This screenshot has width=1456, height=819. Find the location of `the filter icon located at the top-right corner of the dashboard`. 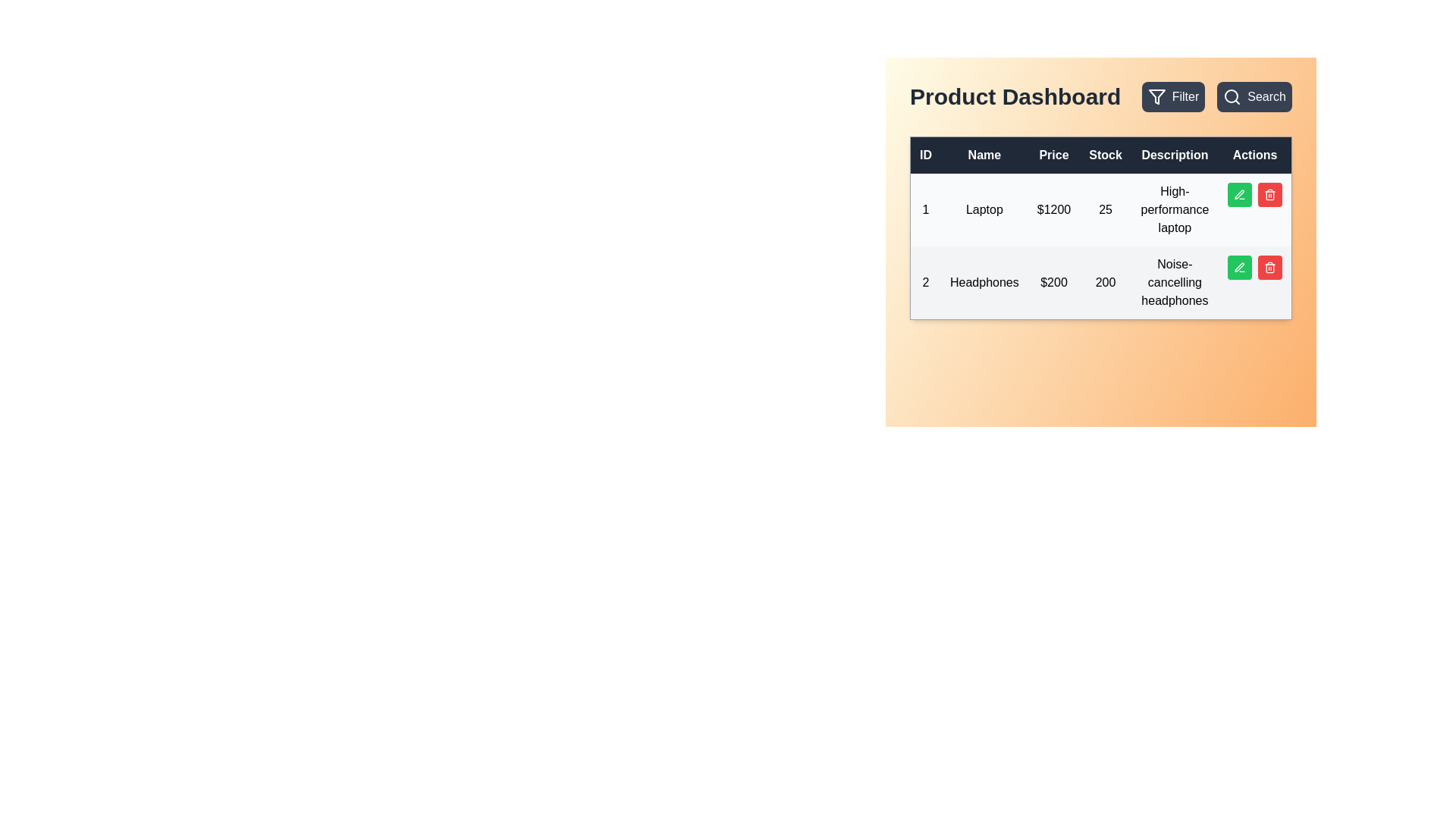

the filter icon located at the top-right corner of the dashboard is located at coordinates (1156, 96).